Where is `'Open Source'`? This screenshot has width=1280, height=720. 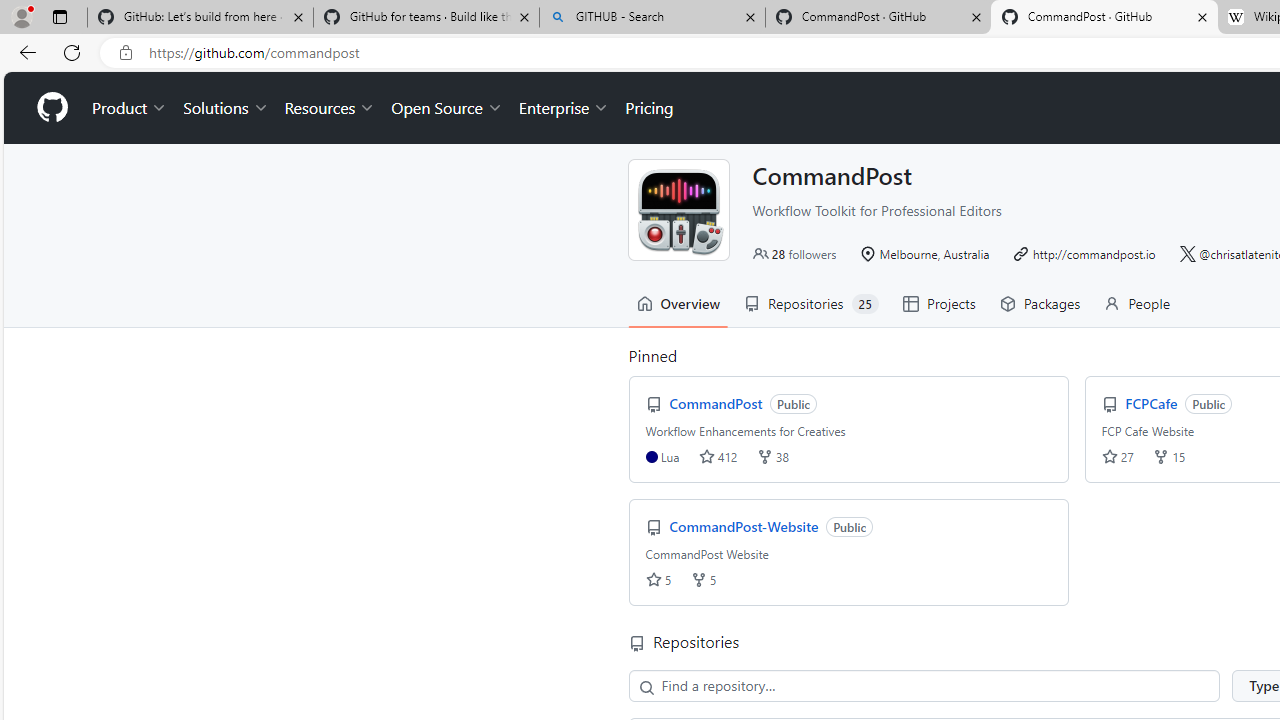 'Open Source' is located at coordinates (445, 108).